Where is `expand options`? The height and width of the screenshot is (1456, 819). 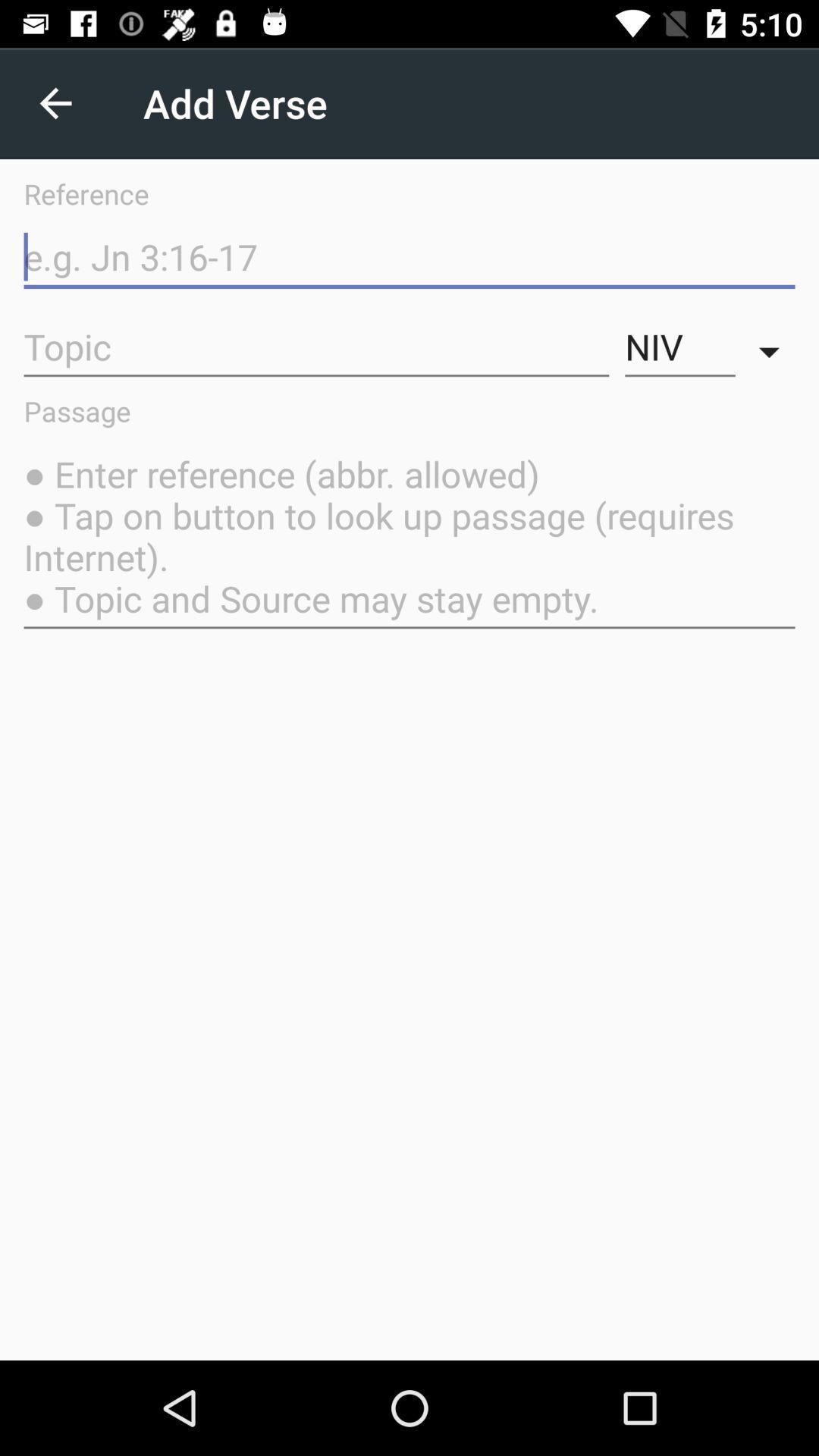
expand options is located at coordinates (773, 347).